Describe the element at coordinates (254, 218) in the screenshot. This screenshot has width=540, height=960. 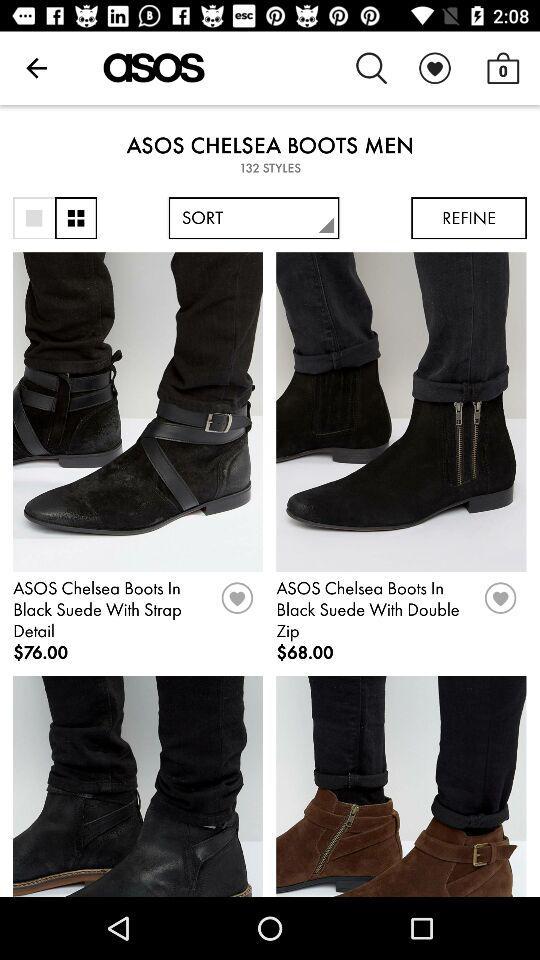
I see `the sort icon` at that location.